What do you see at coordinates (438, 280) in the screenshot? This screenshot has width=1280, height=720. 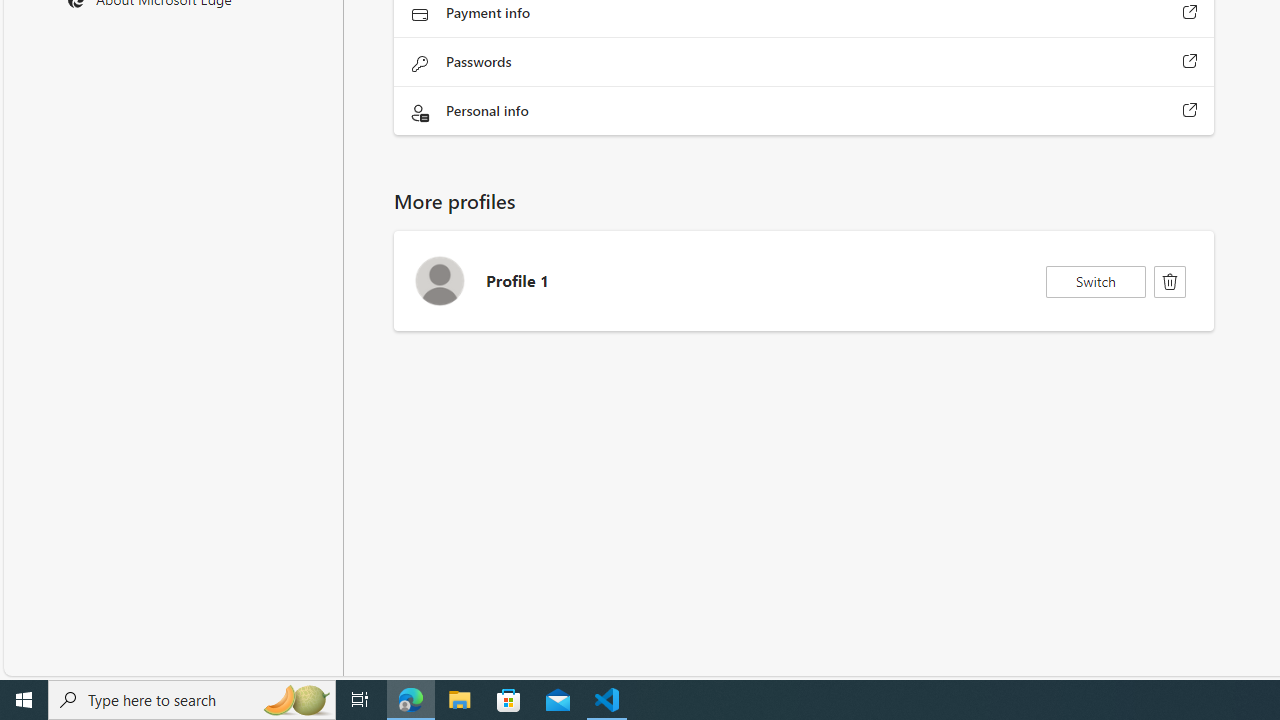 I see `'Profile 1 Avatar icon'` at bounding box center [438, 280].